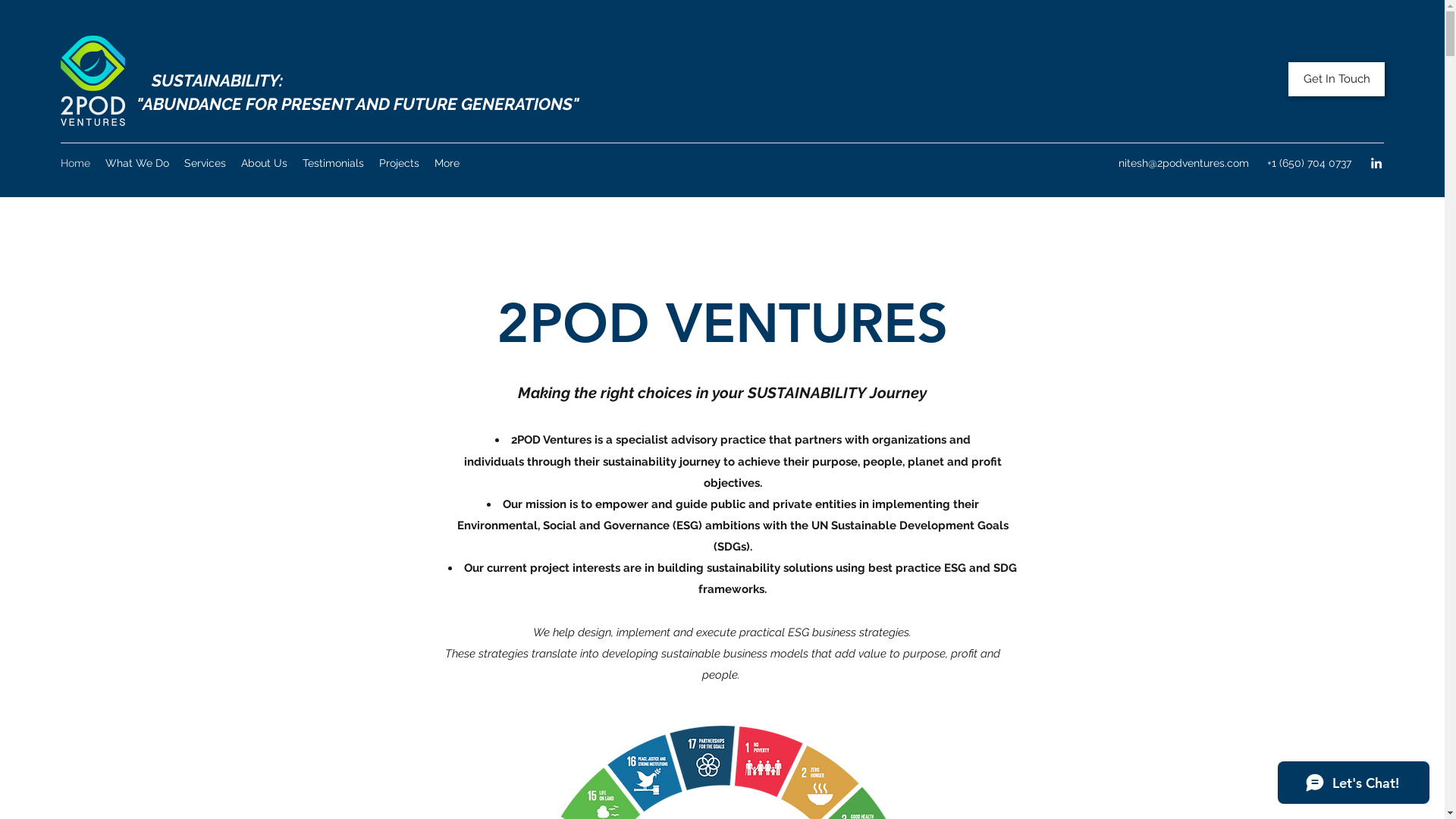 The height and width of the screenshot is (819, 1456). What do you see at coordinates (137, 163) in the screenshot?
I see `'What We Do'` at bounding box center [137, 163].